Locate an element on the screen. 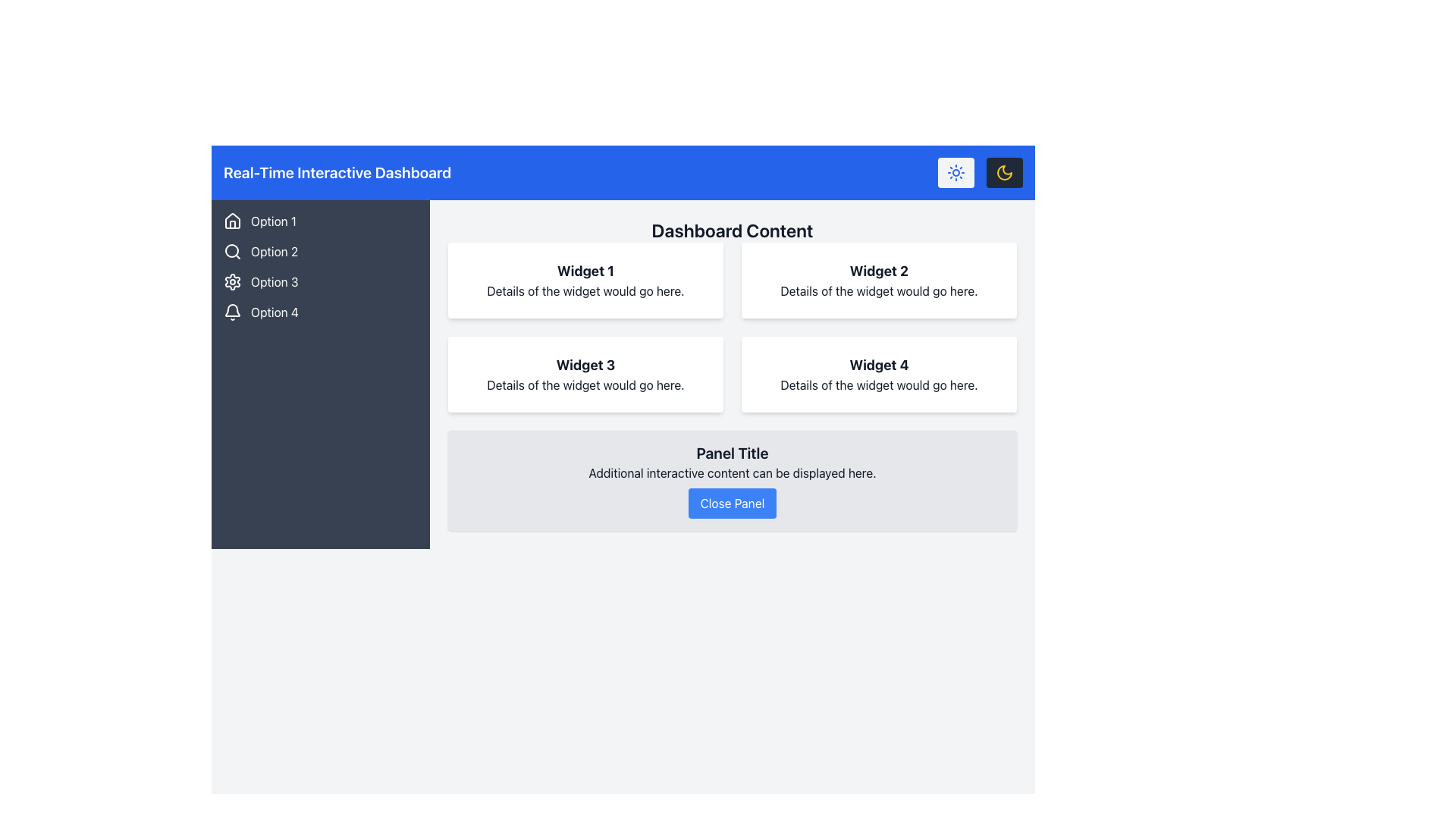 This screenshot has width=1456, height=819. the text block that reads 'Details of the widget would go here.' located within the 'Widget 4' card, positioned below the title 'Widget 4' is located at coordinates (879, 384).